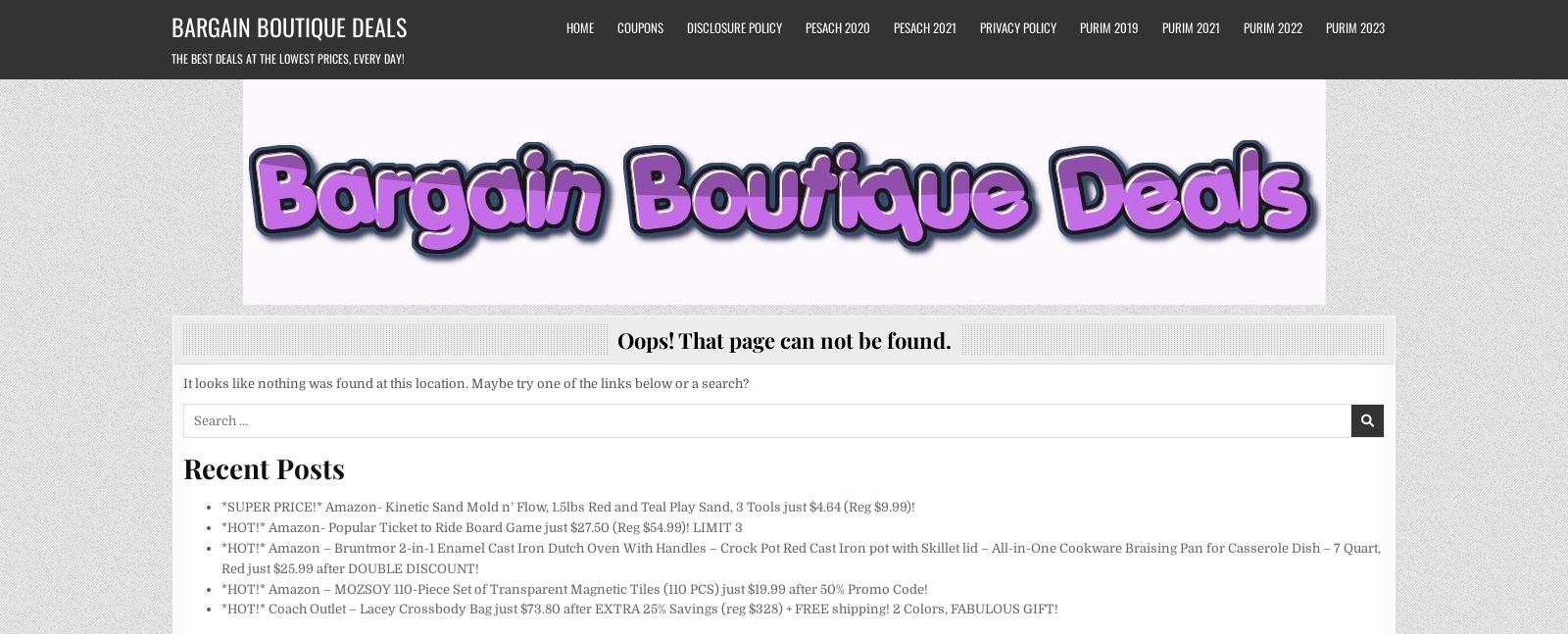 This screenshot has width=1568, height=634. Describe the element at coordinates (289, 24) in the screenshot. I see `'Bargain Boutique Deals'` at that location.